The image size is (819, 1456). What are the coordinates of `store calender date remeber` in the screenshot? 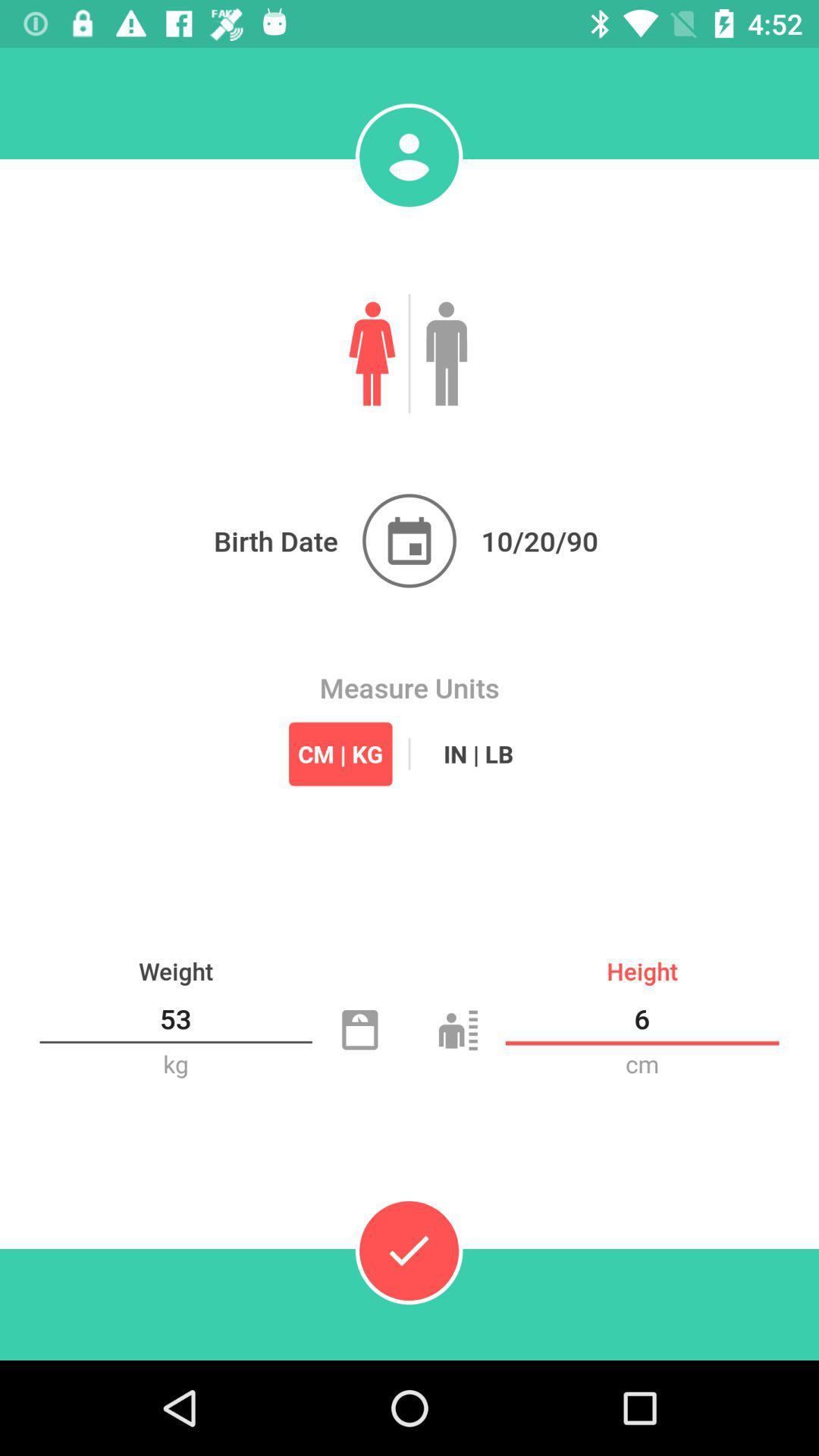 It's located at (409, 541).